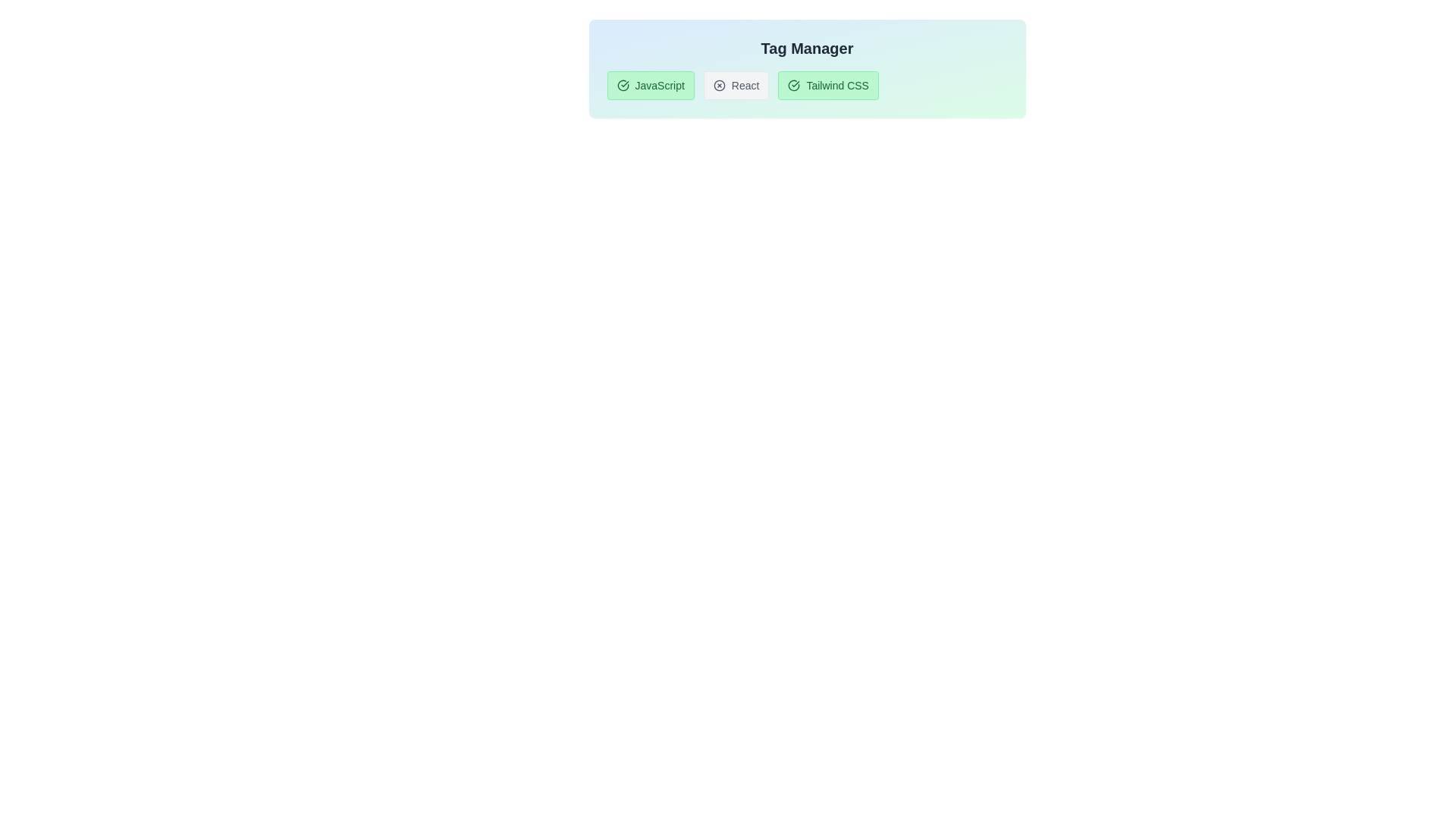 Image resolution: width=1456 pixels, height=819 pixels. I want to click on the tag Tailwind CSS to open its context menu, so click(828, 85).